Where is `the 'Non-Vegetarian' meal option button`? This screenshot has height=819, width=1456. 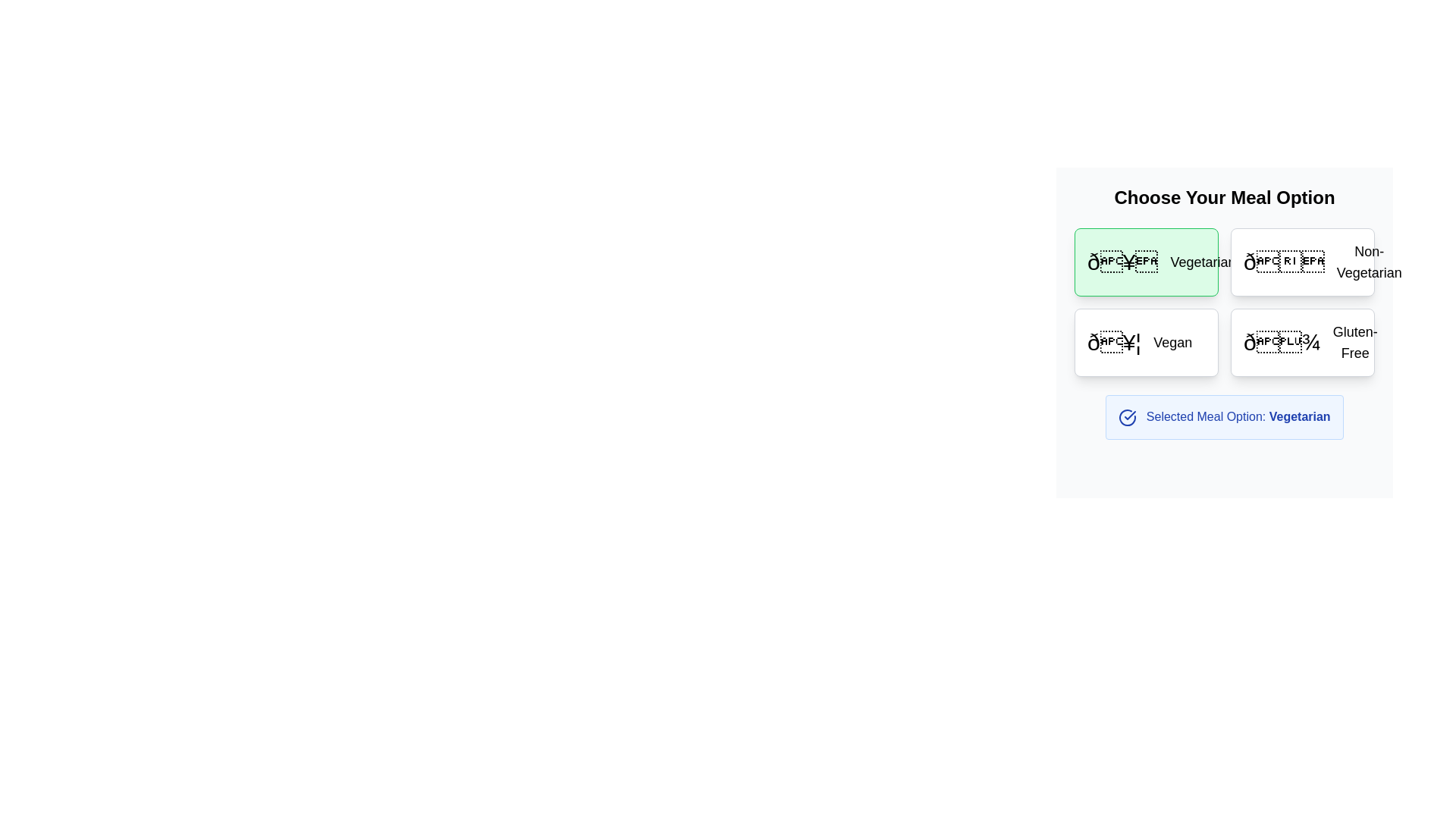
the 'Non-Vegetarian' meal option button is located at coordinates (1302, 262).